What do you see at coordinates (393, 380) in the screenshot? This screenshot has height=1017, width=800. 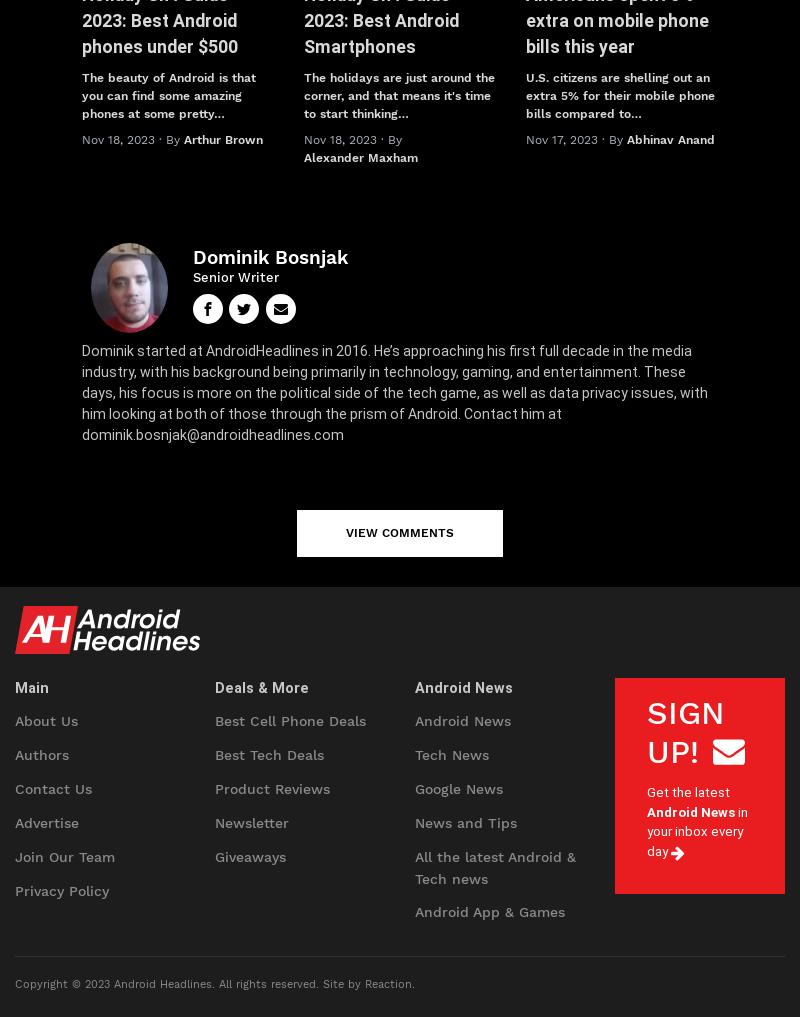 I see `'Dominik started at AndroidHeadlines in 2016. He’s approaching his first full decade in the media industry, with his background being primarily in technology, gaming, and entertainment. These days, his focus is more on the political side of the tech game, as well as data privacy issues, with him looking at both of those through the prism of Android. Contact him at'` at bounding box center [393, 380].